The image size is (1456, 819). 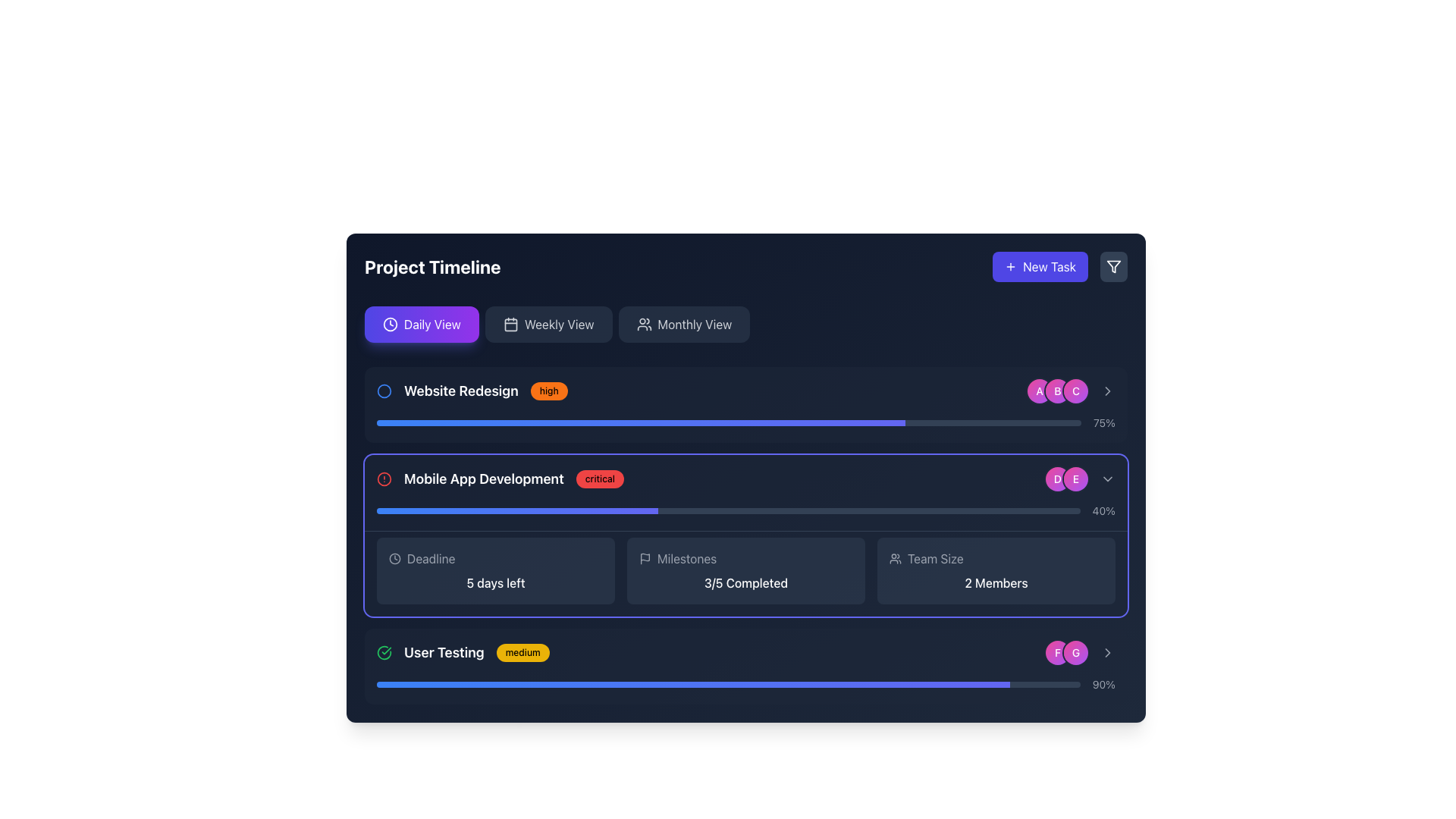 What do you see at coordinates (517, 511) in the screenshot?
I see `the progress bar segment indicating the completion percentage for the 'Mobile App Development' task` at bounding box center [517, 511].